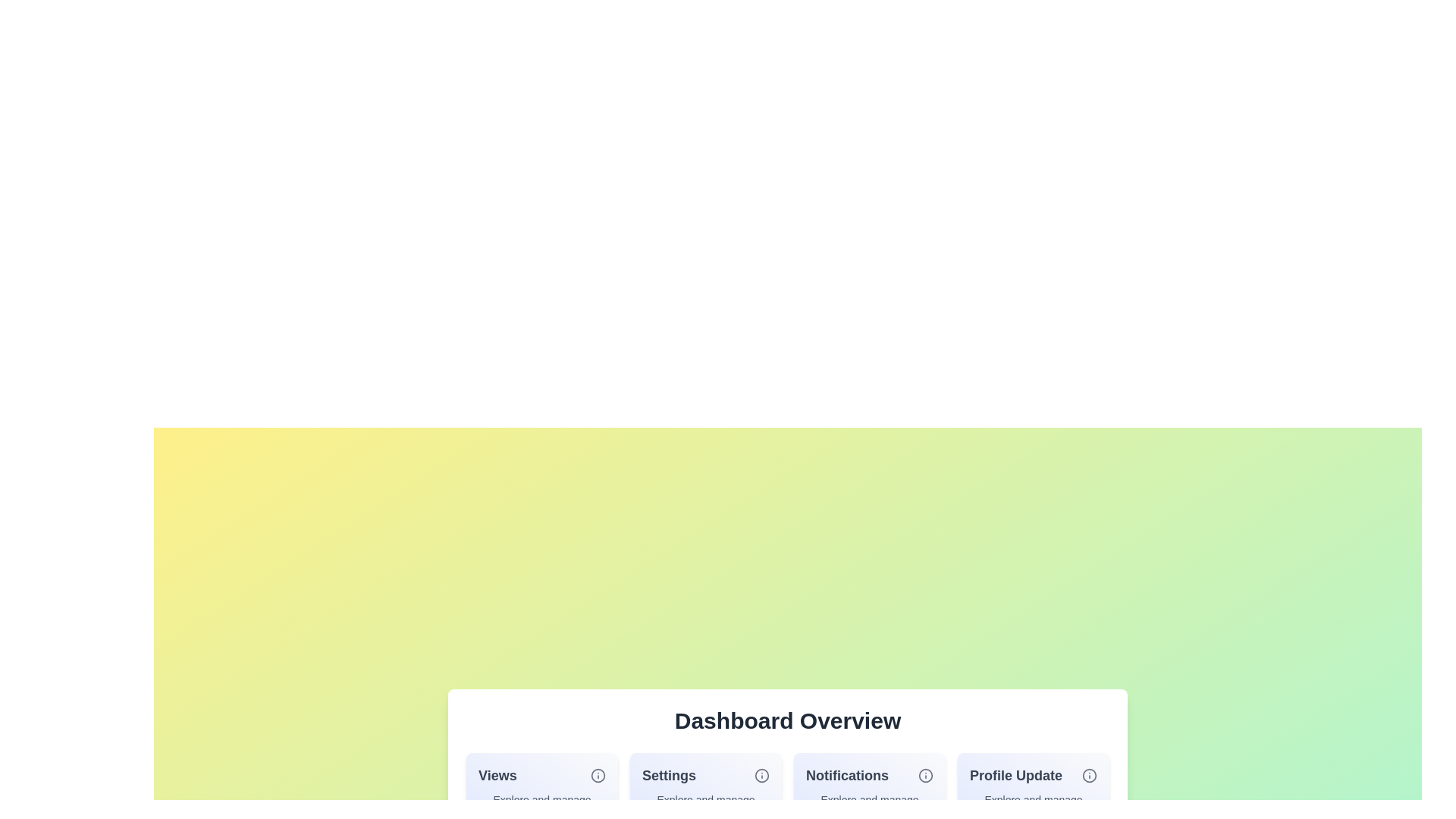 The width and height of the screenshot is (1456, 819). What do you see at coordinates (924, 775) in the screenshot?
I see `the central circular part of the notifications icon` at bounding box center [924, 775].